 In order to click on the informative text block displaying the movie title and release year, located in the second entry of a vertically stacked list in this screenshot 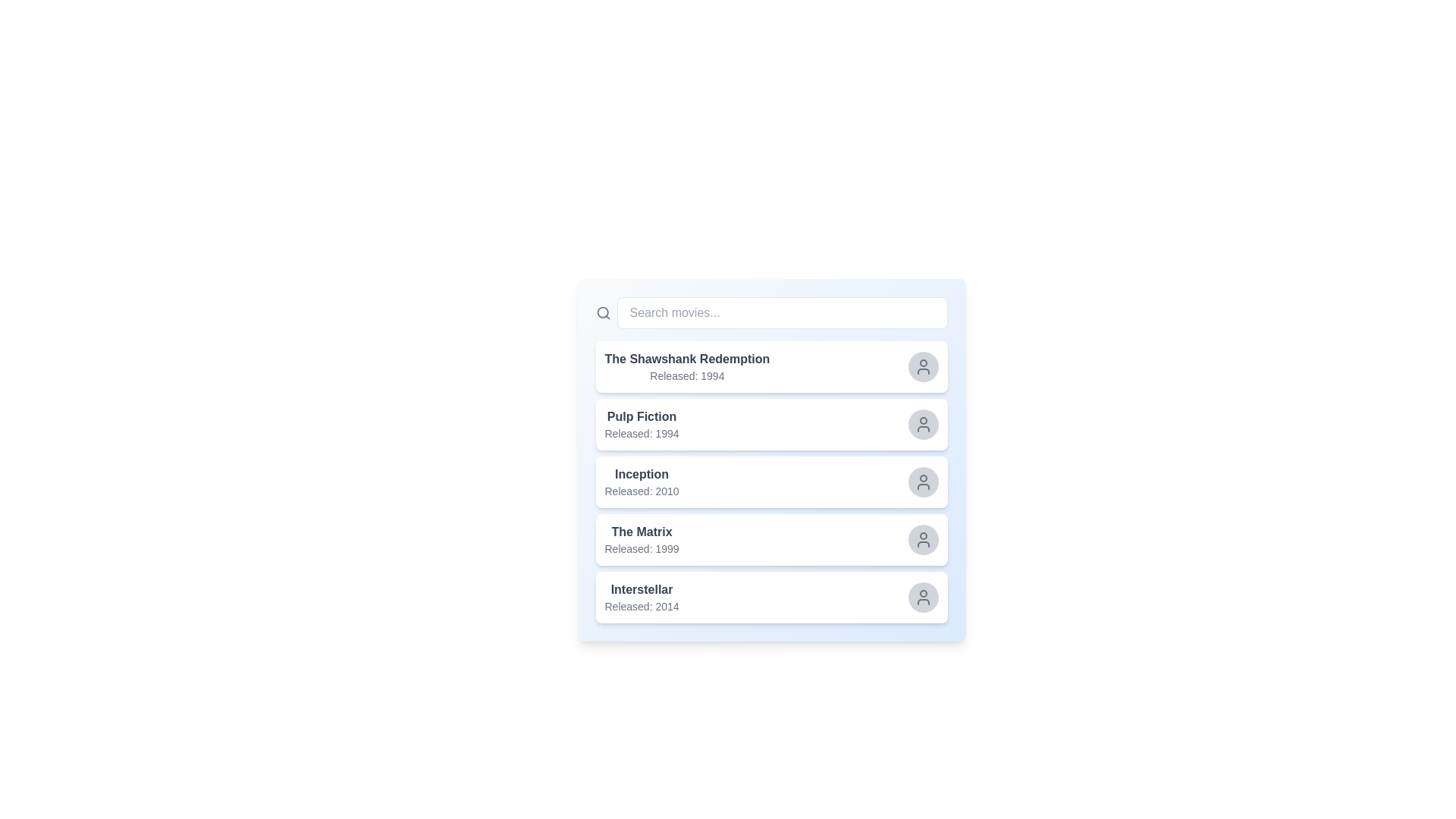, I will do `click(642, 424)`.